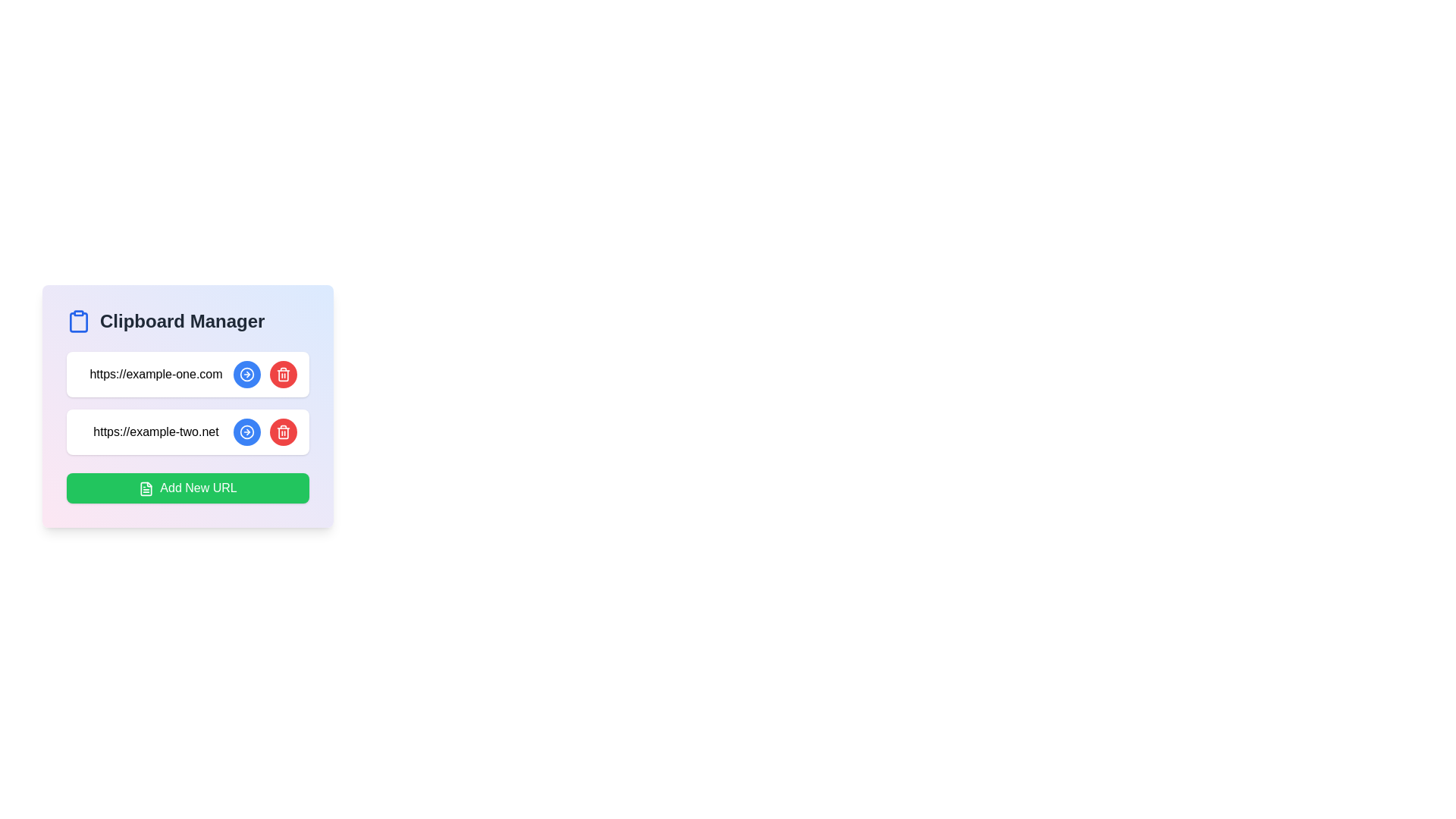  What do you see at coordinates (284, 432) in the screenshot?
I see `the Trash Can icon inside the red circular button` at bounding box center [284, 432].